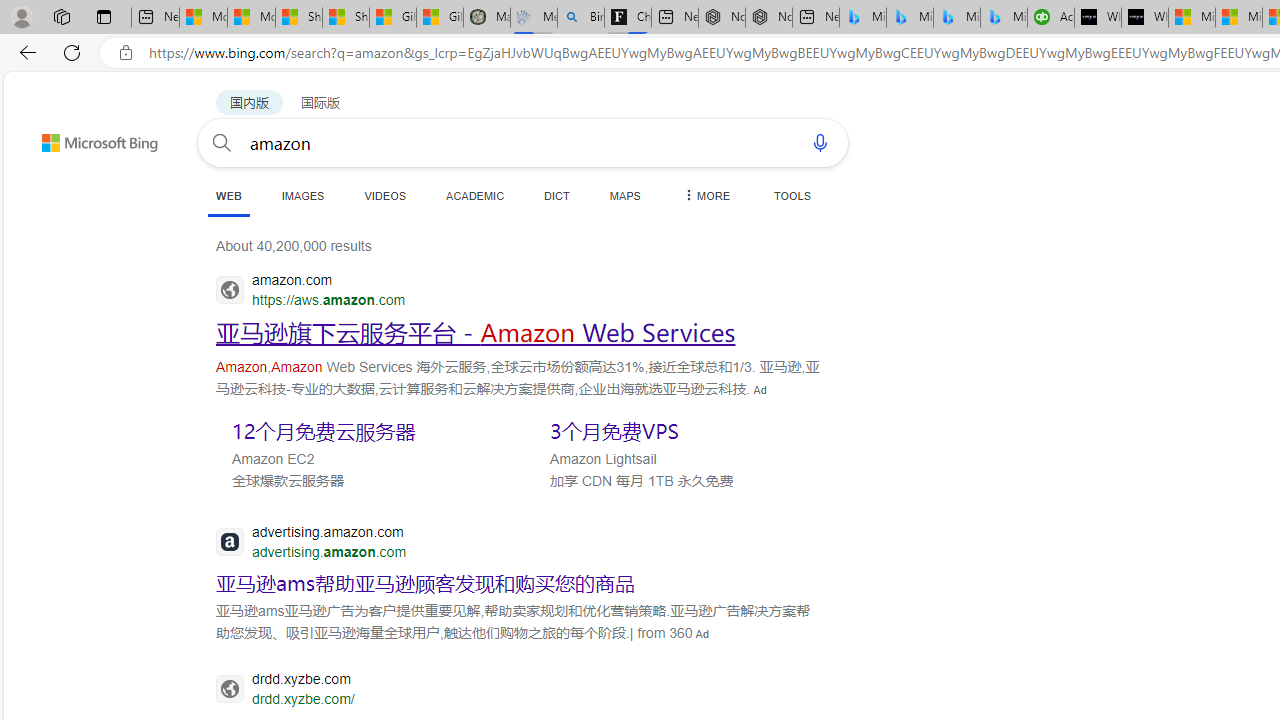  Describe the element at coordinates (301, 195) in the screenshot. I see `'IMAGES'` at that location.